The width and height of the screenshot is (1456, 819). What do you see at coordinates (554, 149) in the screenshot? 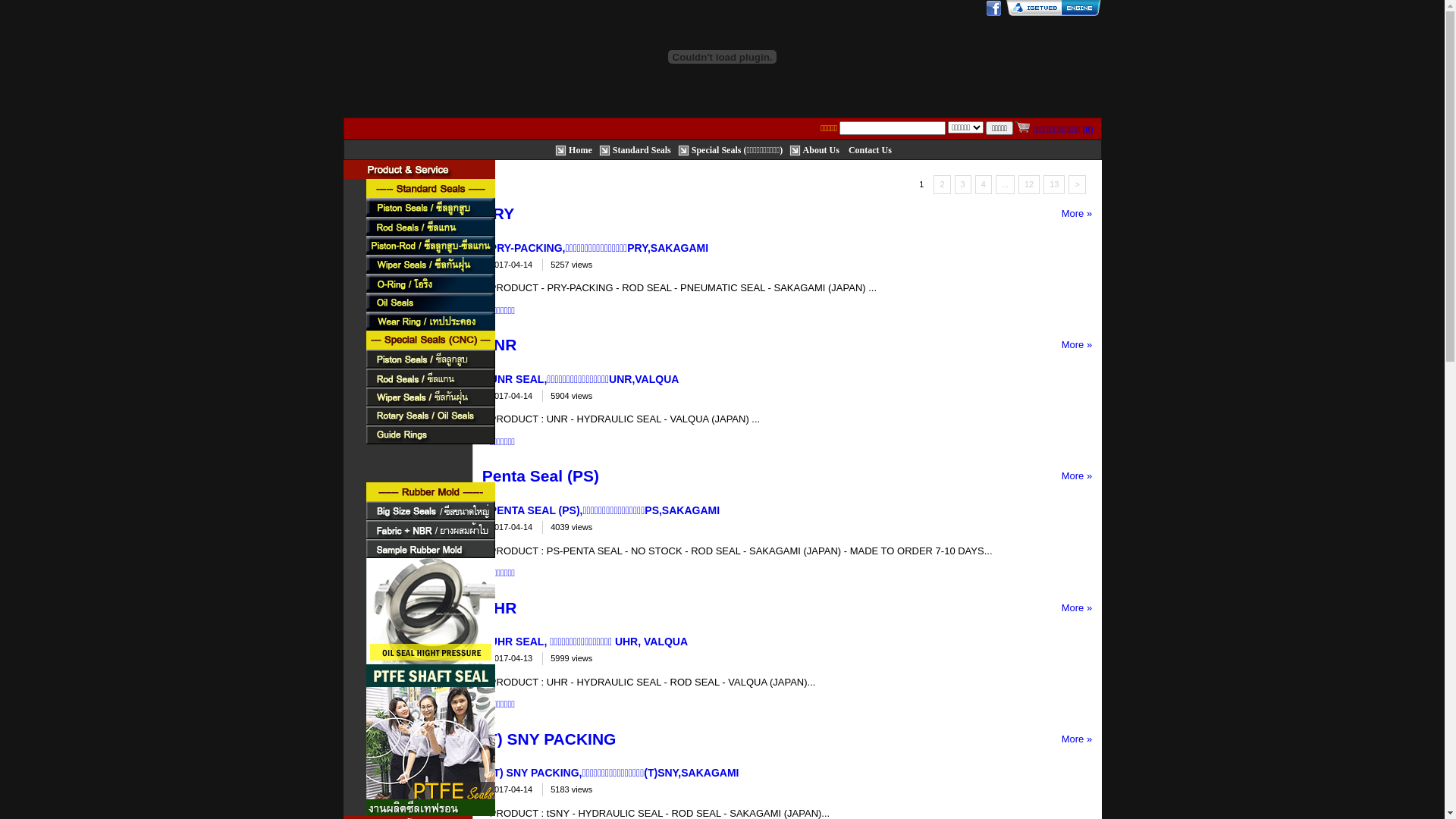
I see `' Home '` at bounding box center [554, 149].